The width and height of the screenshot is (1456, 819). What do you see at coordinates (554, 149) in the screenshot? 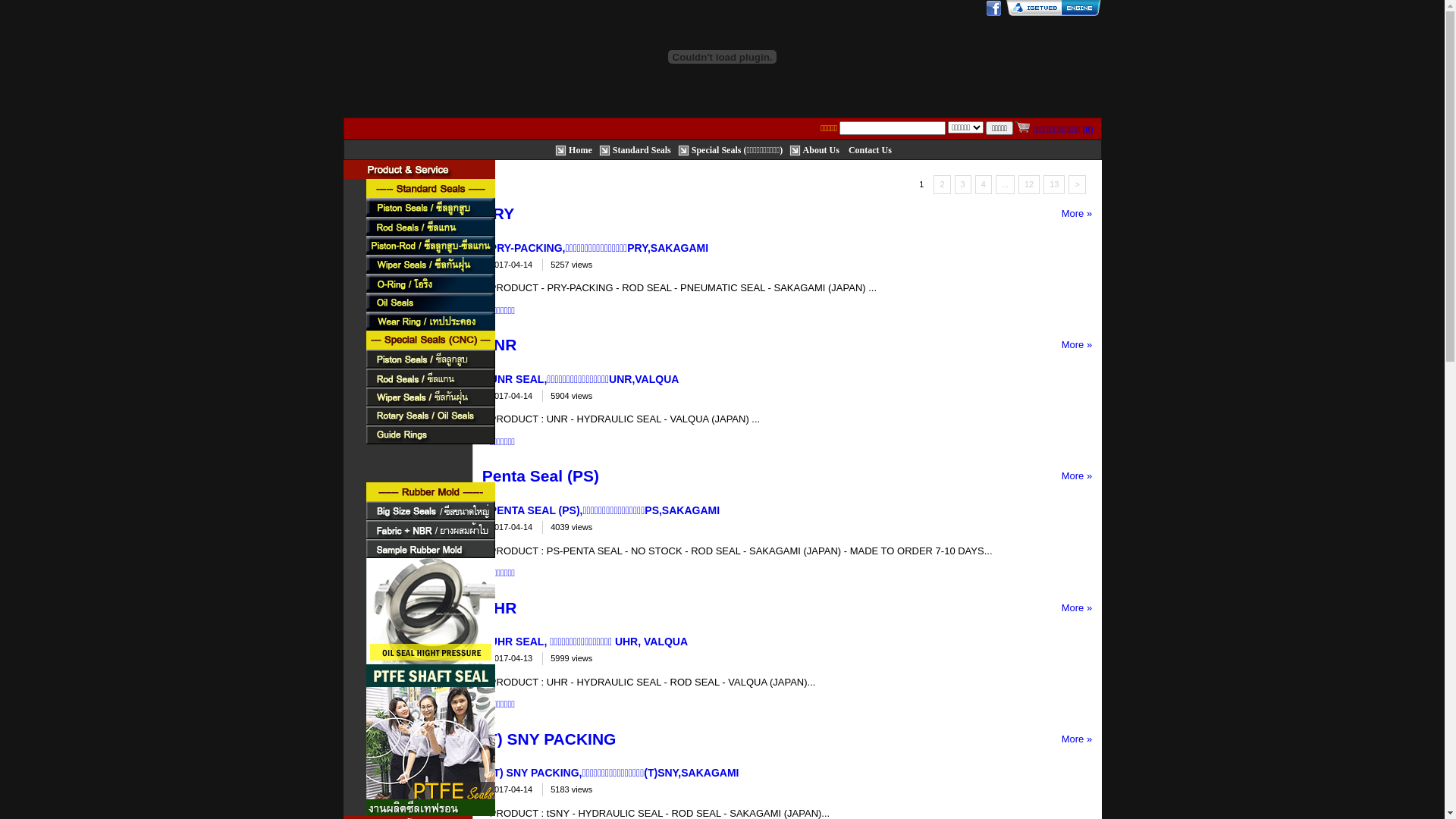
I see `' Home '` at bounding box center [554, 149].